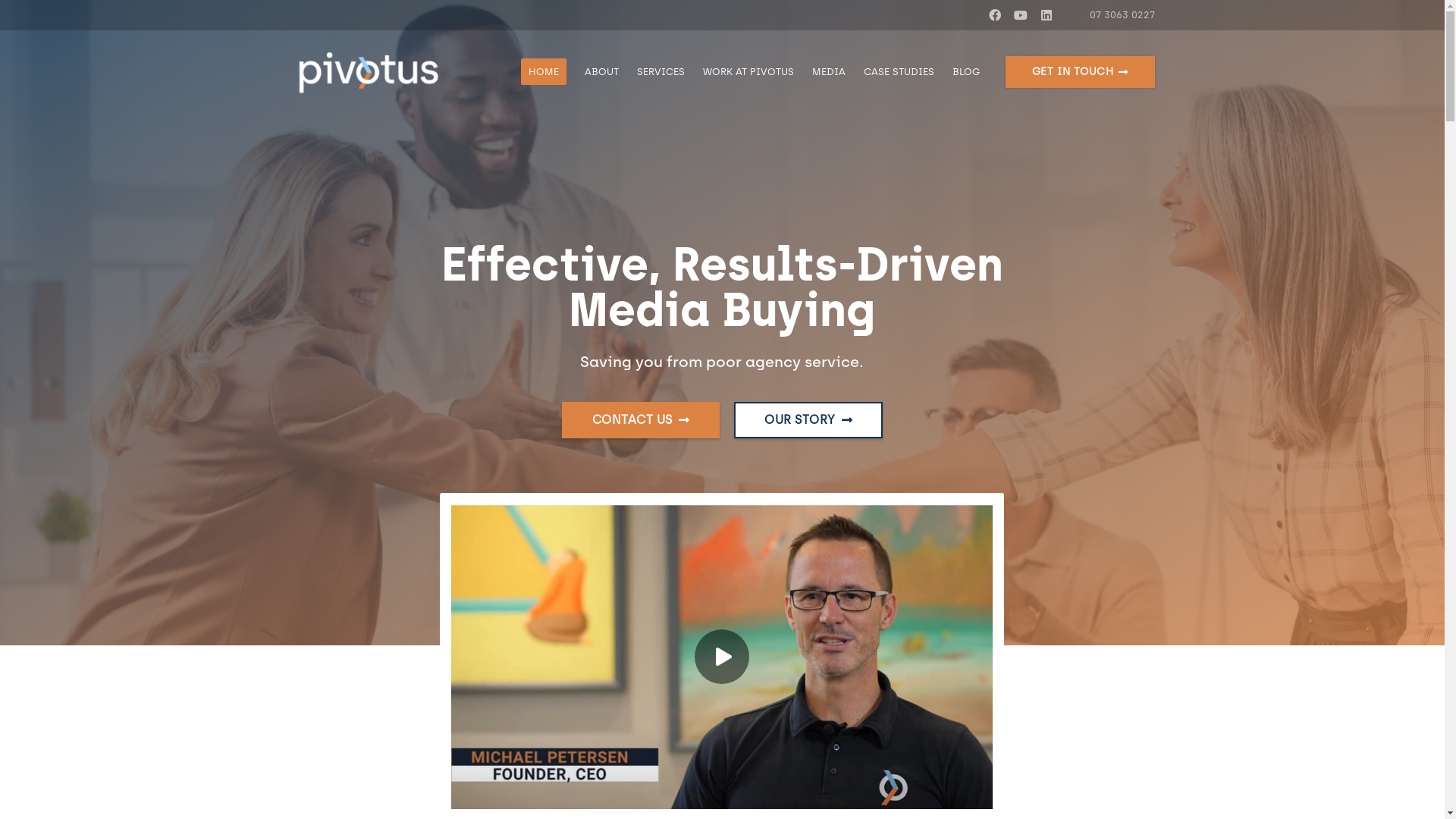 Image resolution: width=1456 pixels, height=819 pixels. I want to click on 'LinkedIn', so click(1033, 14).